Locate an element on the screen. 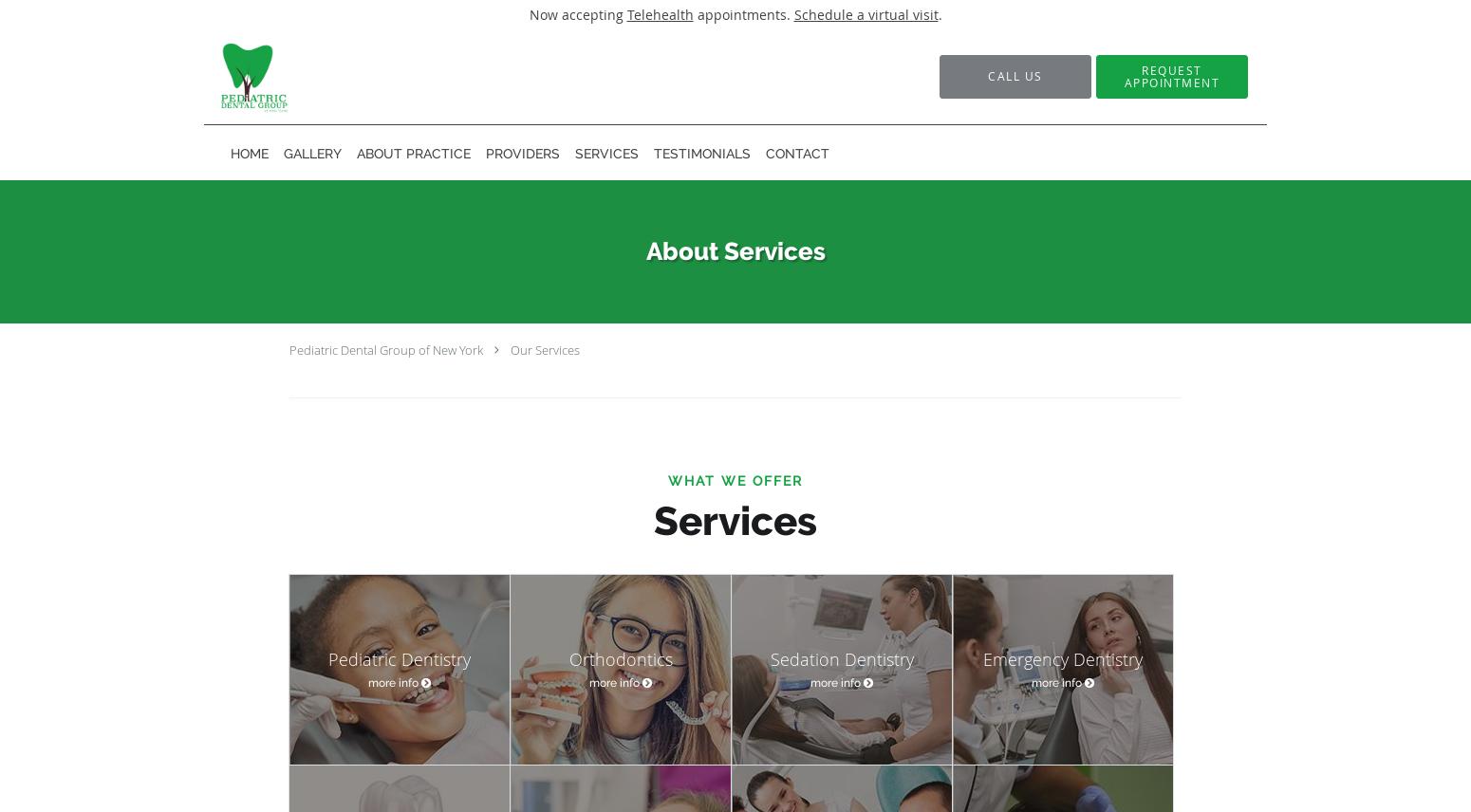 This screenshot has width=1471, height=812. 'Testimonials' is located at coordinates (652, 154).